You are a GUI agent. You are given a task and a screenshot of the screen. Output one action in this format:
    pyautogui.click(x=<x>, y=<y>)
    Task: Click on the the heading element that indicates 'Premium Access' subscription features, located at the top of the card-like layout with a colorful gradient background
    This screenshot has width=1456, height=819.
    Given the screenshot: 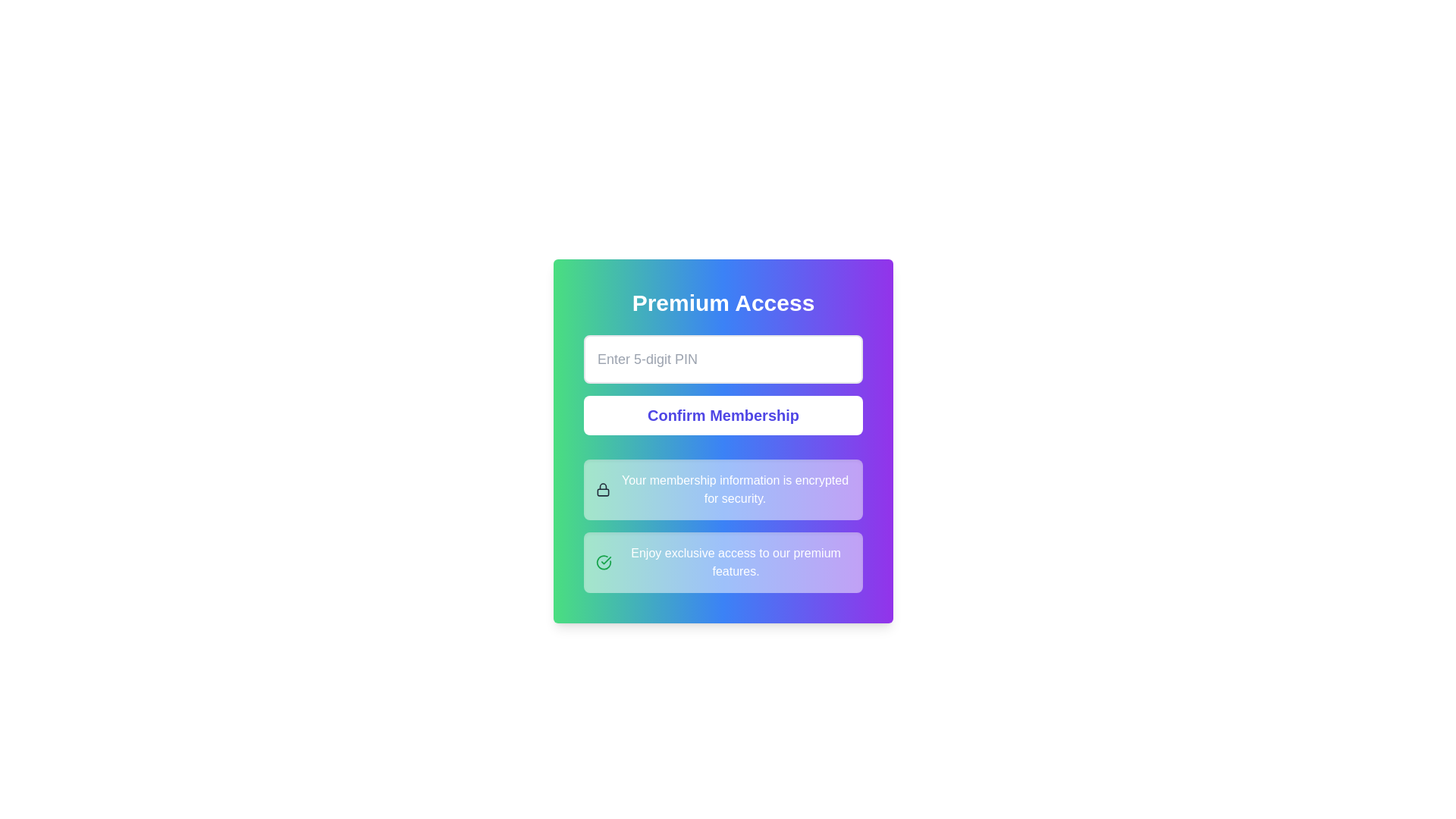 What is the action you would take?
    pyautogui.click(x=723, y=303)
    